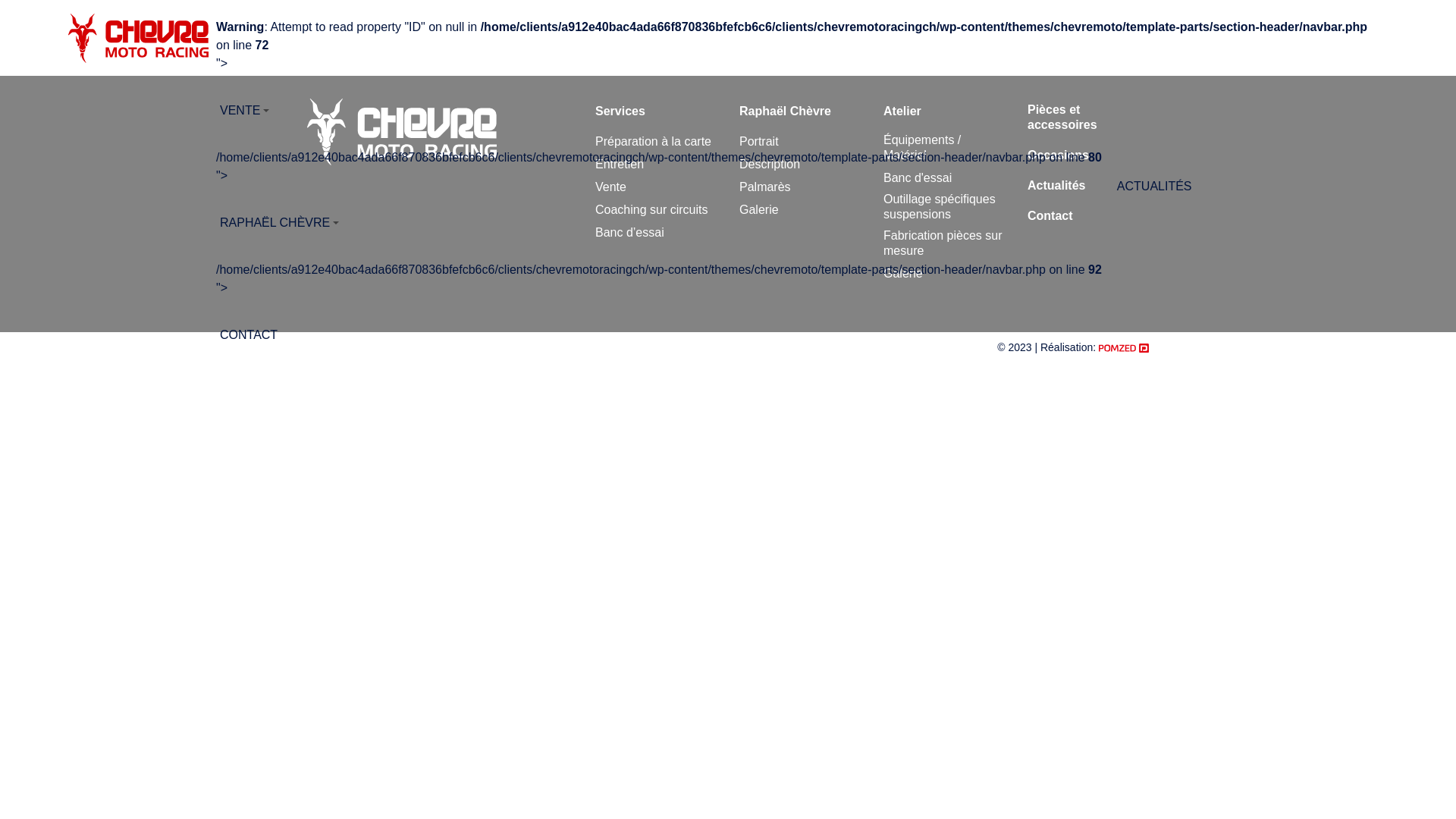 The height and width of the screenshot is (819, 1456). Describe the element at coordinates (739, 141) in the screenshot. I see `'Portrait'` at that location.